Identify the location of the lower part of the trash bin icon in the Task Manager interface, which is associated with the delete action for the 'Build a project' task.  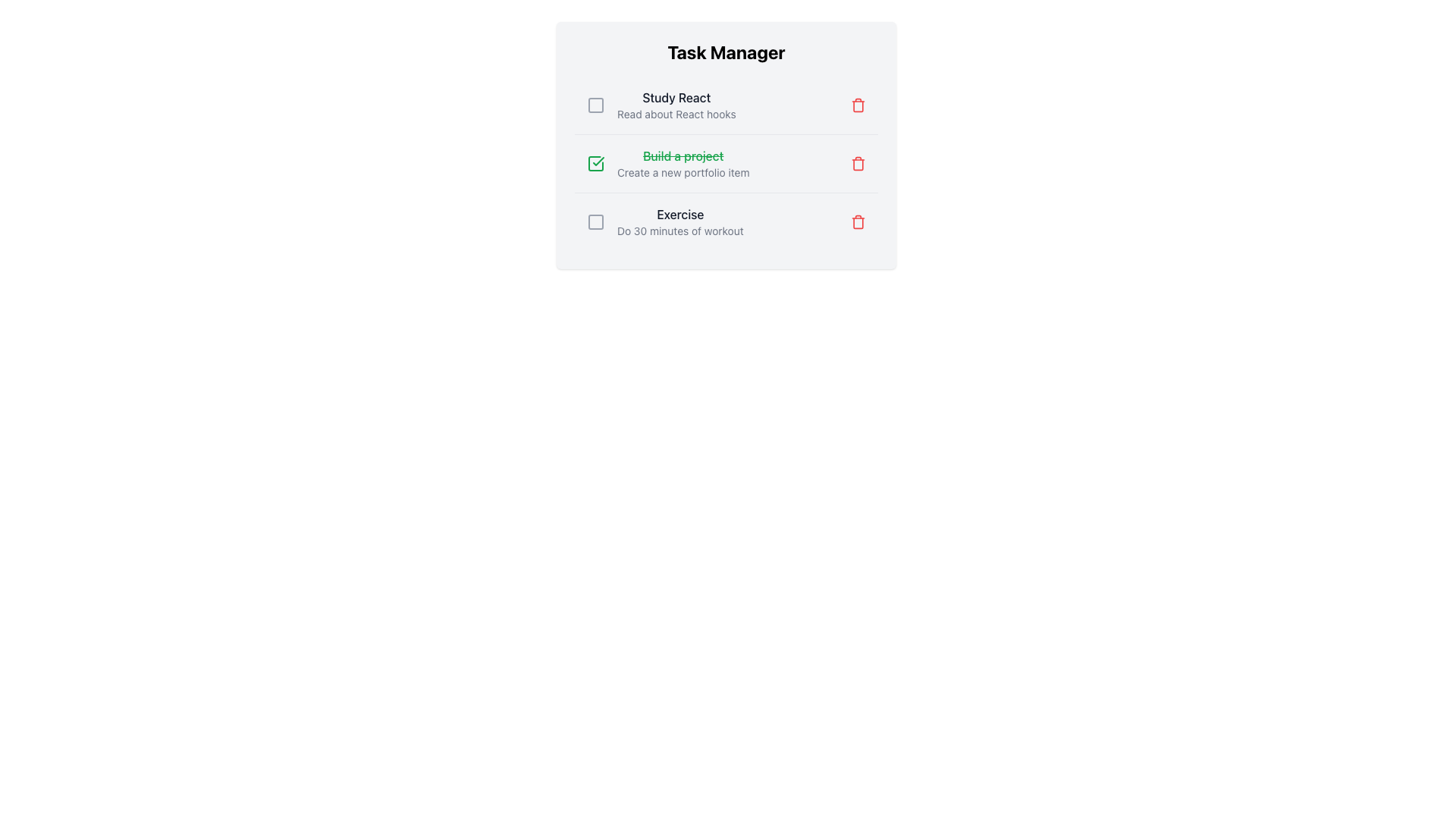
(858, 164).